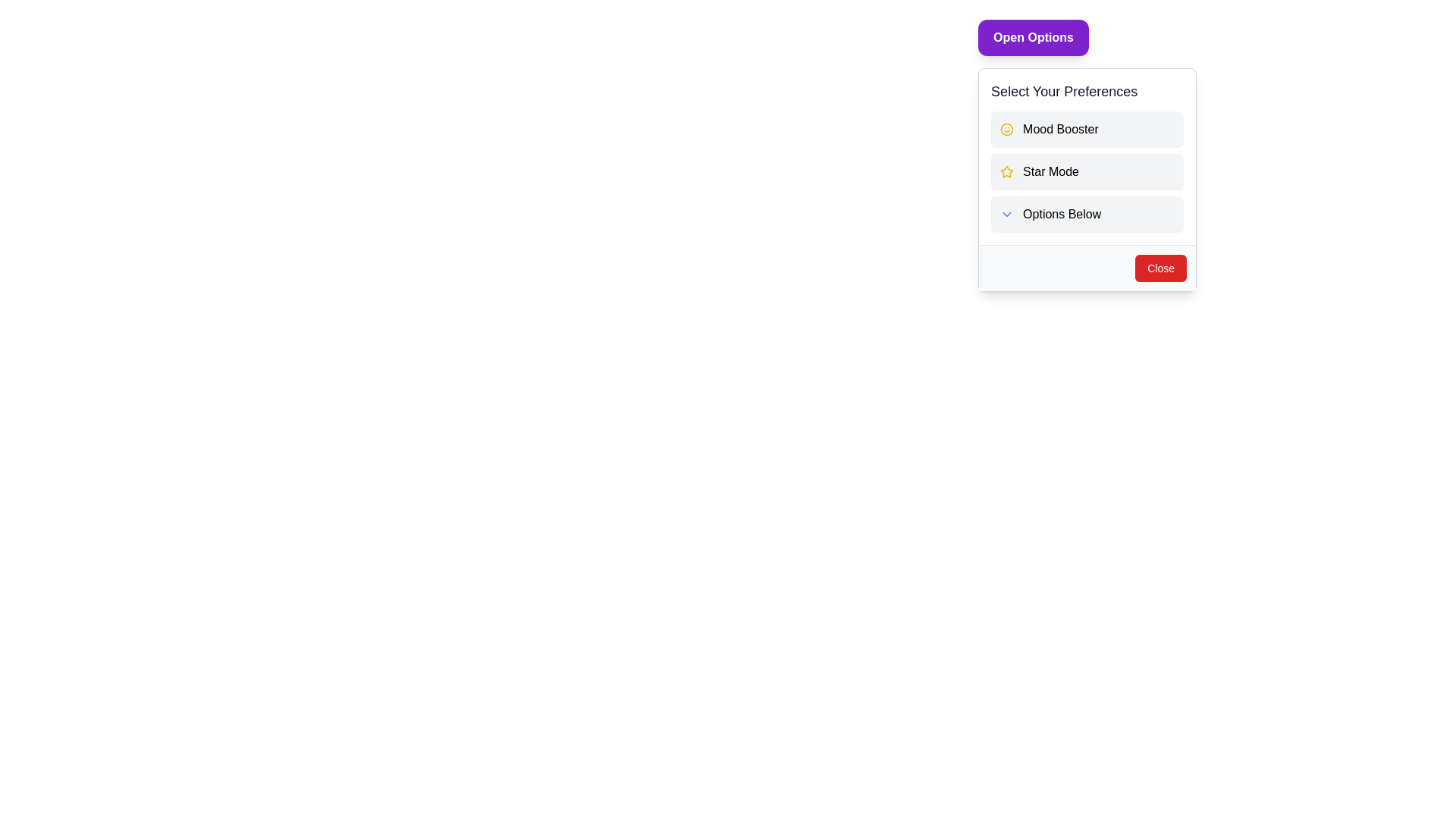 The image size is (1456, 819). Describe the element at coordinates (1087, 157) in the screenshot. I see `the selectable menu option labeled 'Star Mode'` at that location.